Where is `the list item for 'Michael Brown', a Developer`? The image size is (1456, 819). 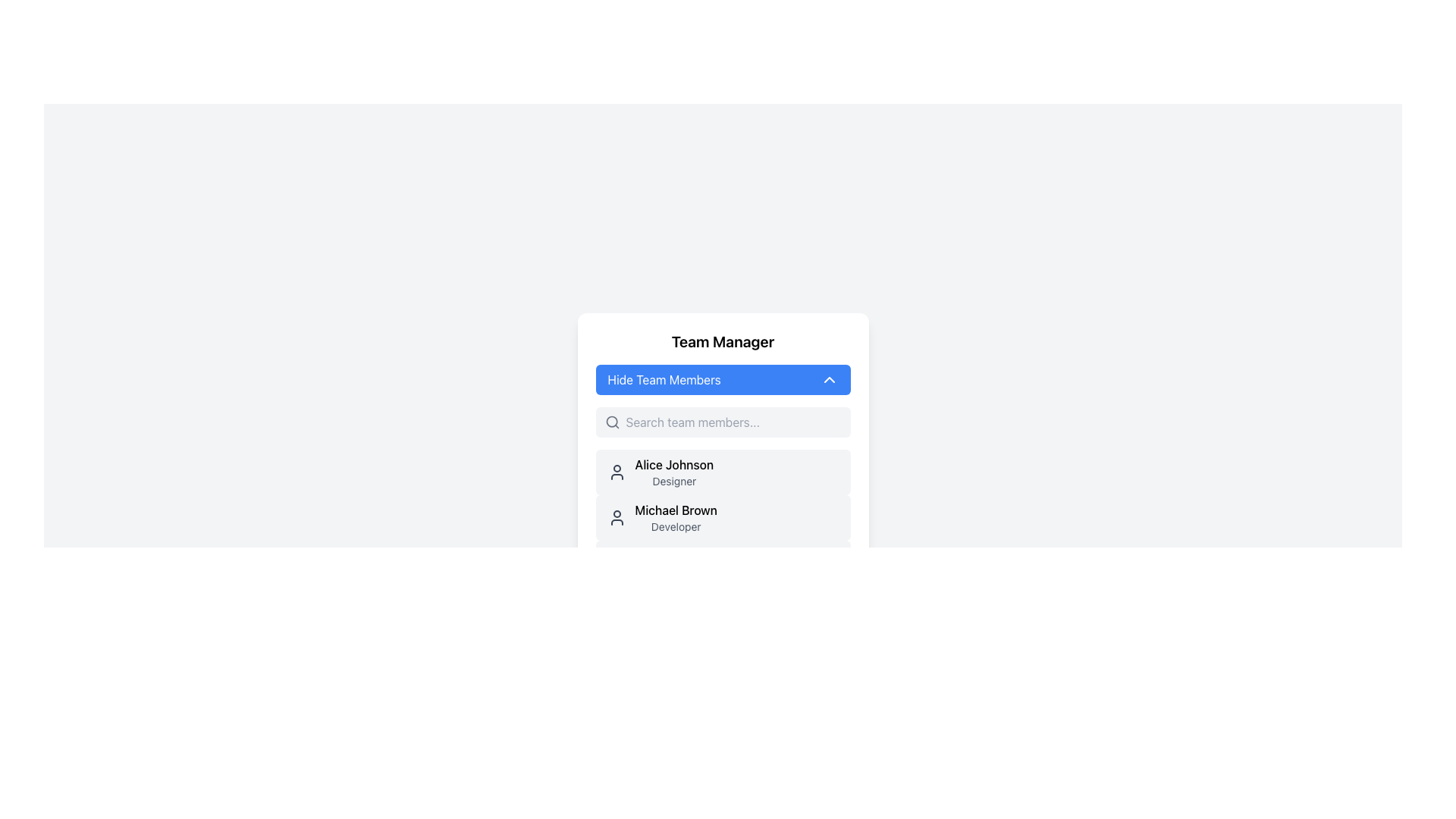
the list item for 'Michael Brown', a Developer is located at coordinates (722, 540).